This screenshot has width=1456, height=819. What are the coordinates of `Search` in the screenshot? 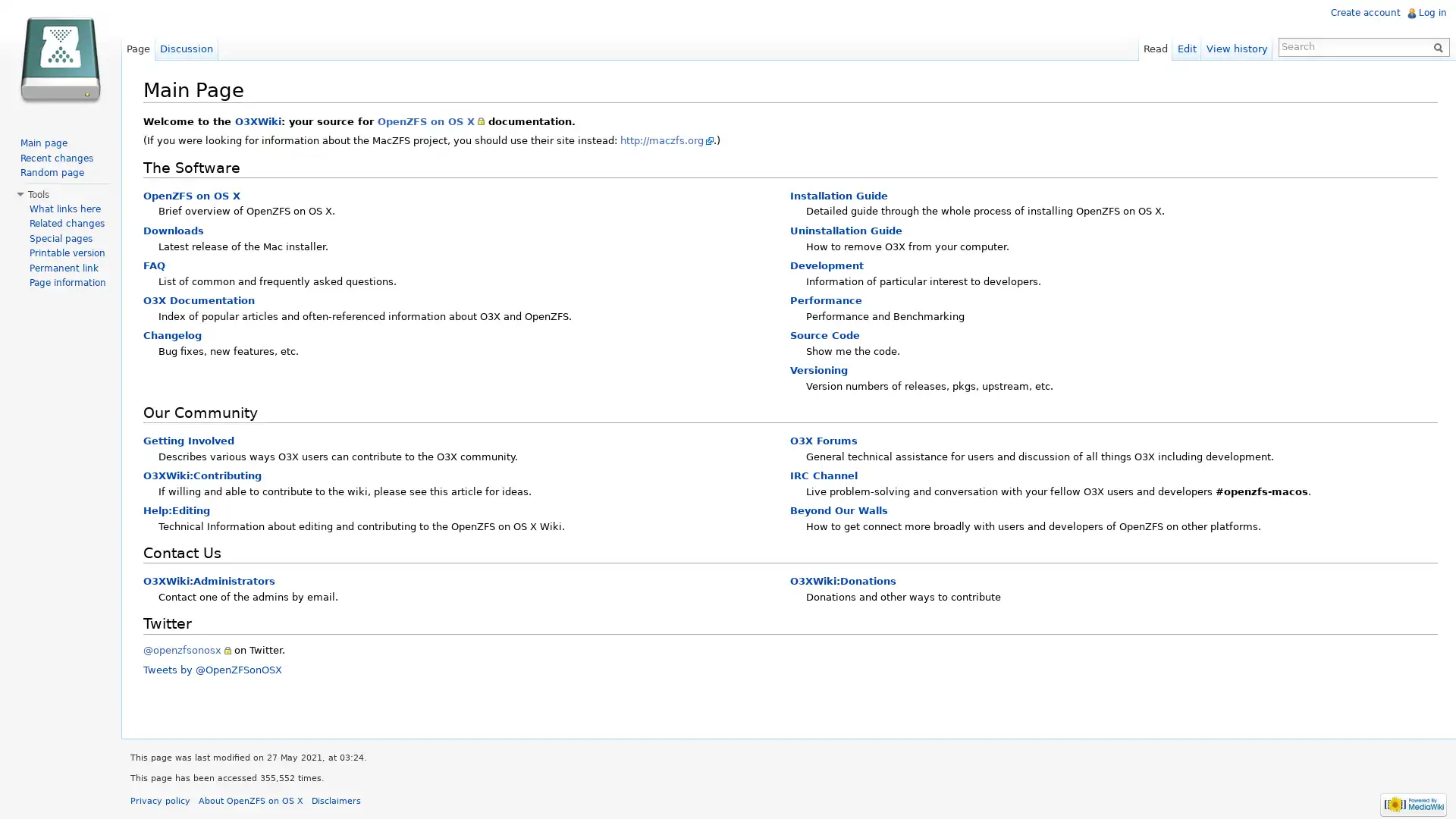 It's located at (1433, 45).